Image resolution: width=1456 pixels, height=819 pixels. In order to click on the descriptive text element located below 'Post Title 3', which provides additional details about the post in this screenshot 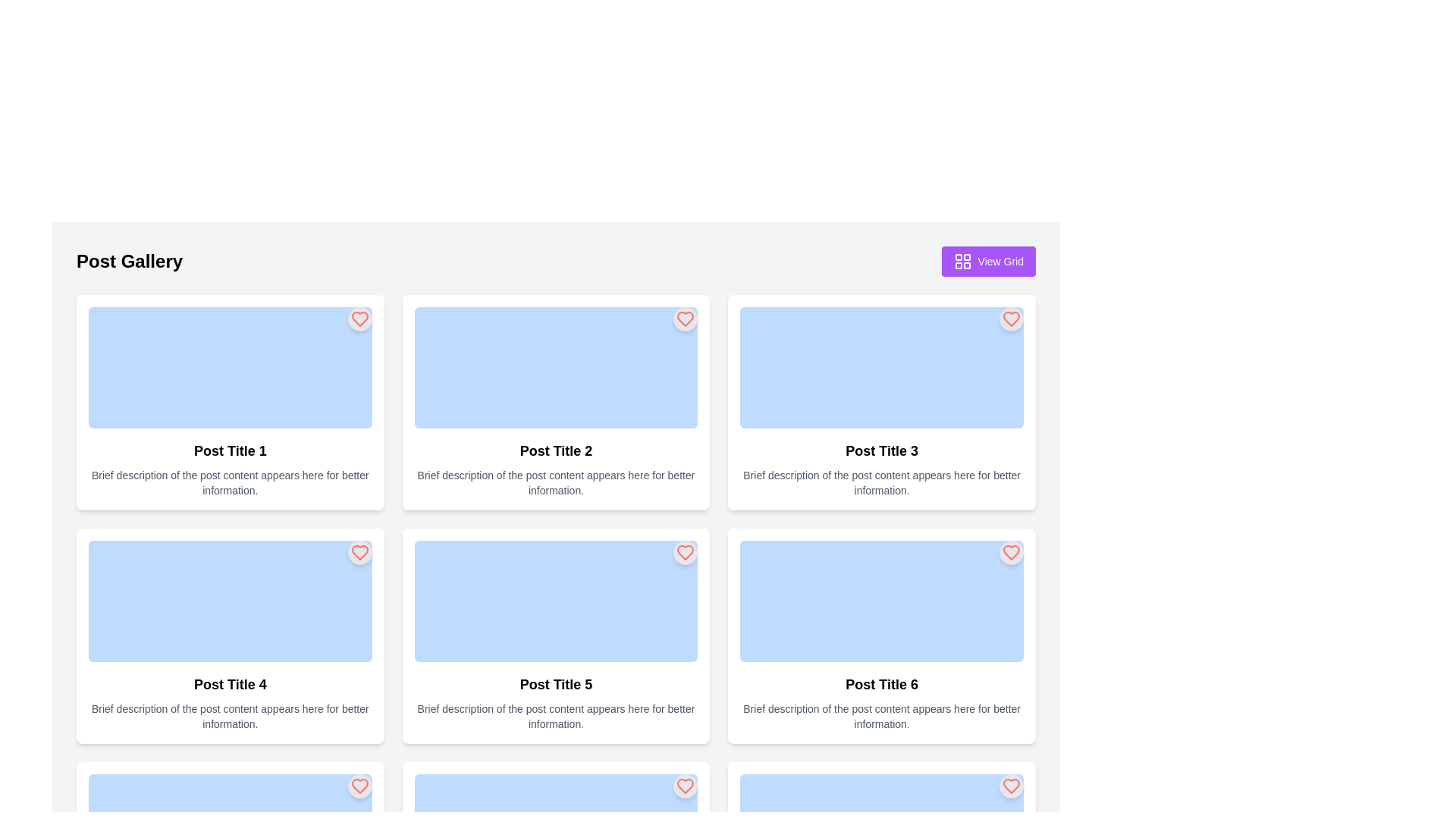, I will do `click(882, 482)`.